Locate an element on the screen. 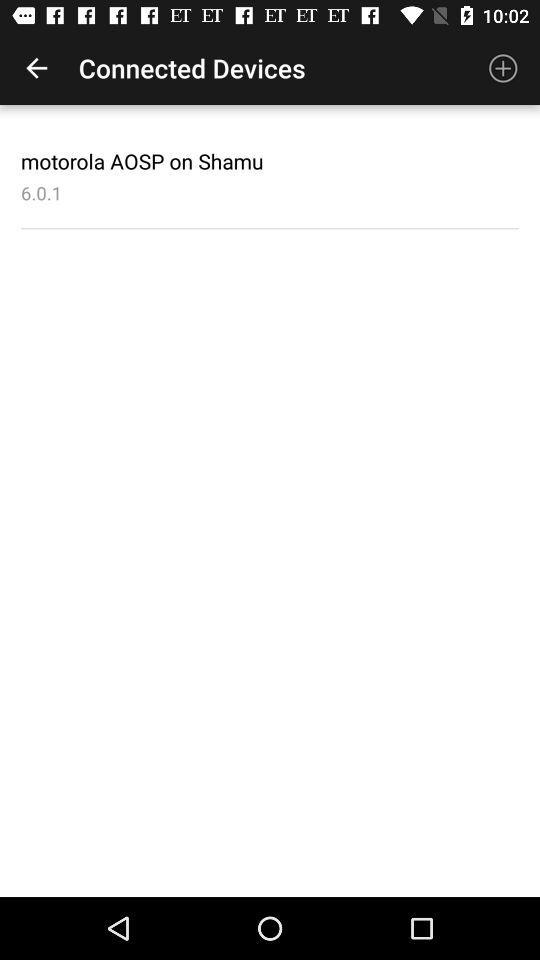  the item next to the connected devices icon is located at coordinates (502, 68).